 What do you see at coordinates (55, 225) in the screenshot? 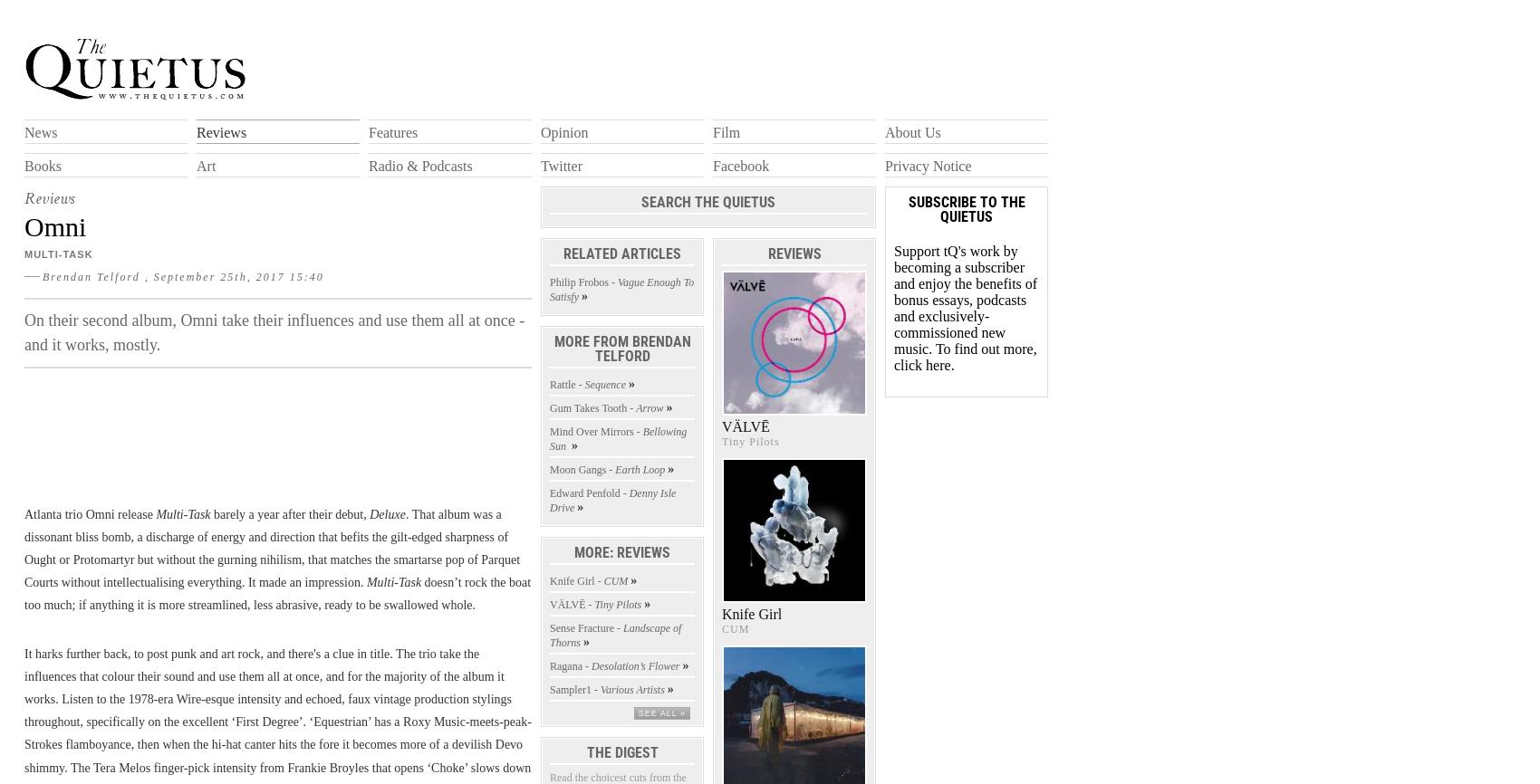
I see `'Omni'` at bounding box center [55, 225].